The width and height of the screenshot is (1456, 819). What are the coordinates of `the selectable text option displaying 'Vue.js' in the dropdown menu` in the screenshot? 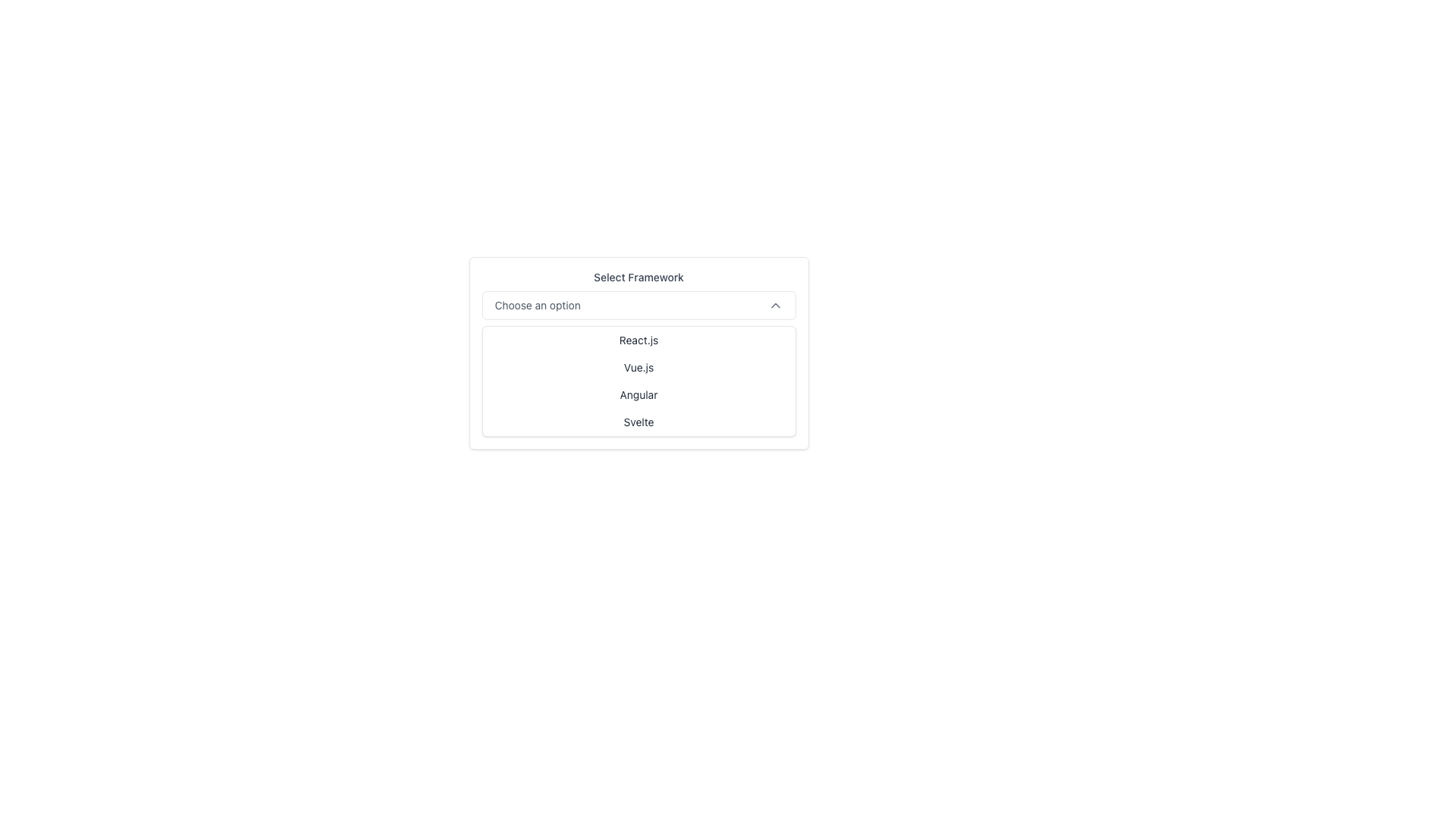 It's located at (639, 368).